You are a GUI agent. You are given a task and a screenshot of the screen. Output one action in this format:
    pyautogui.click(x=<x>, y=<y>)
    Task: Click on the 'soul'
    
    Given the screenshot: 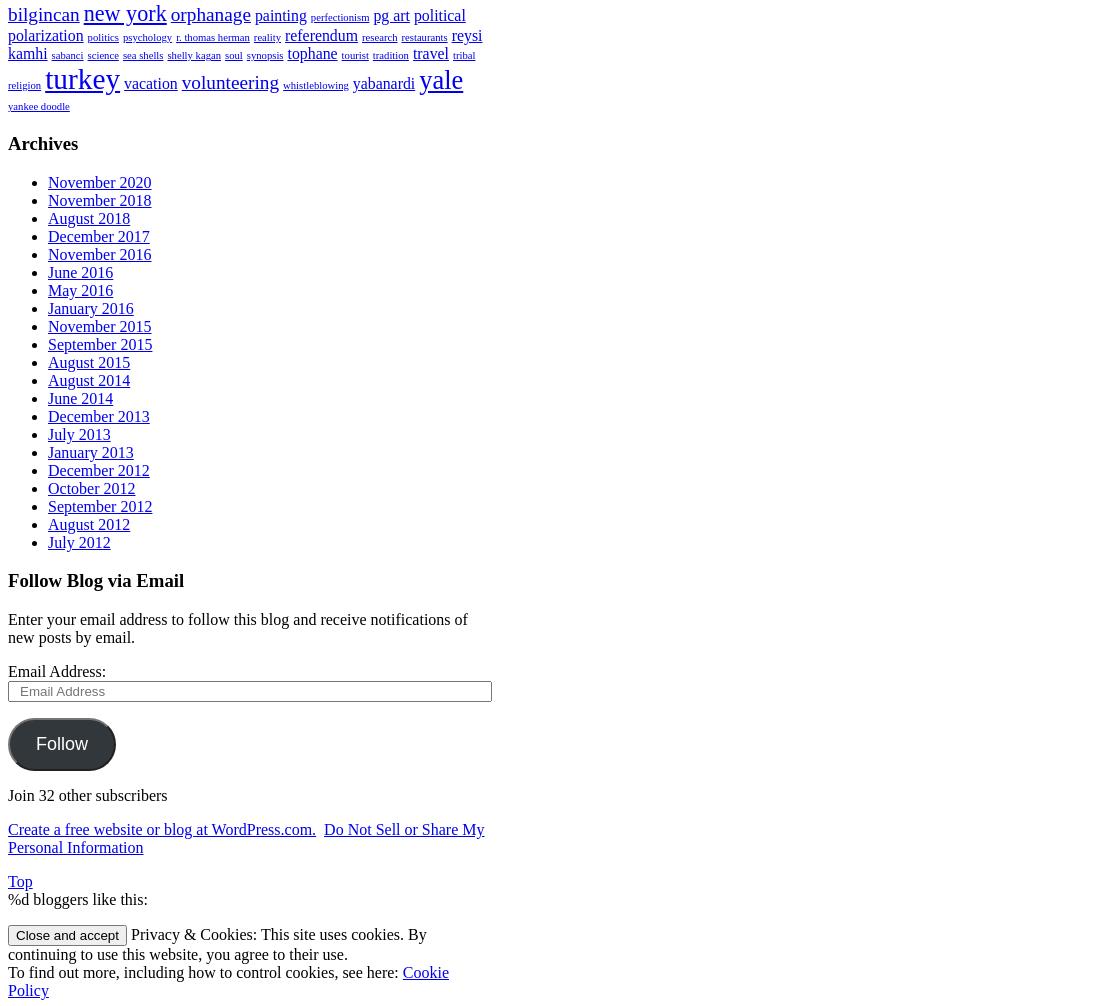 What is the action you would take?
    pyautogui.click(x=233, y=55)
    